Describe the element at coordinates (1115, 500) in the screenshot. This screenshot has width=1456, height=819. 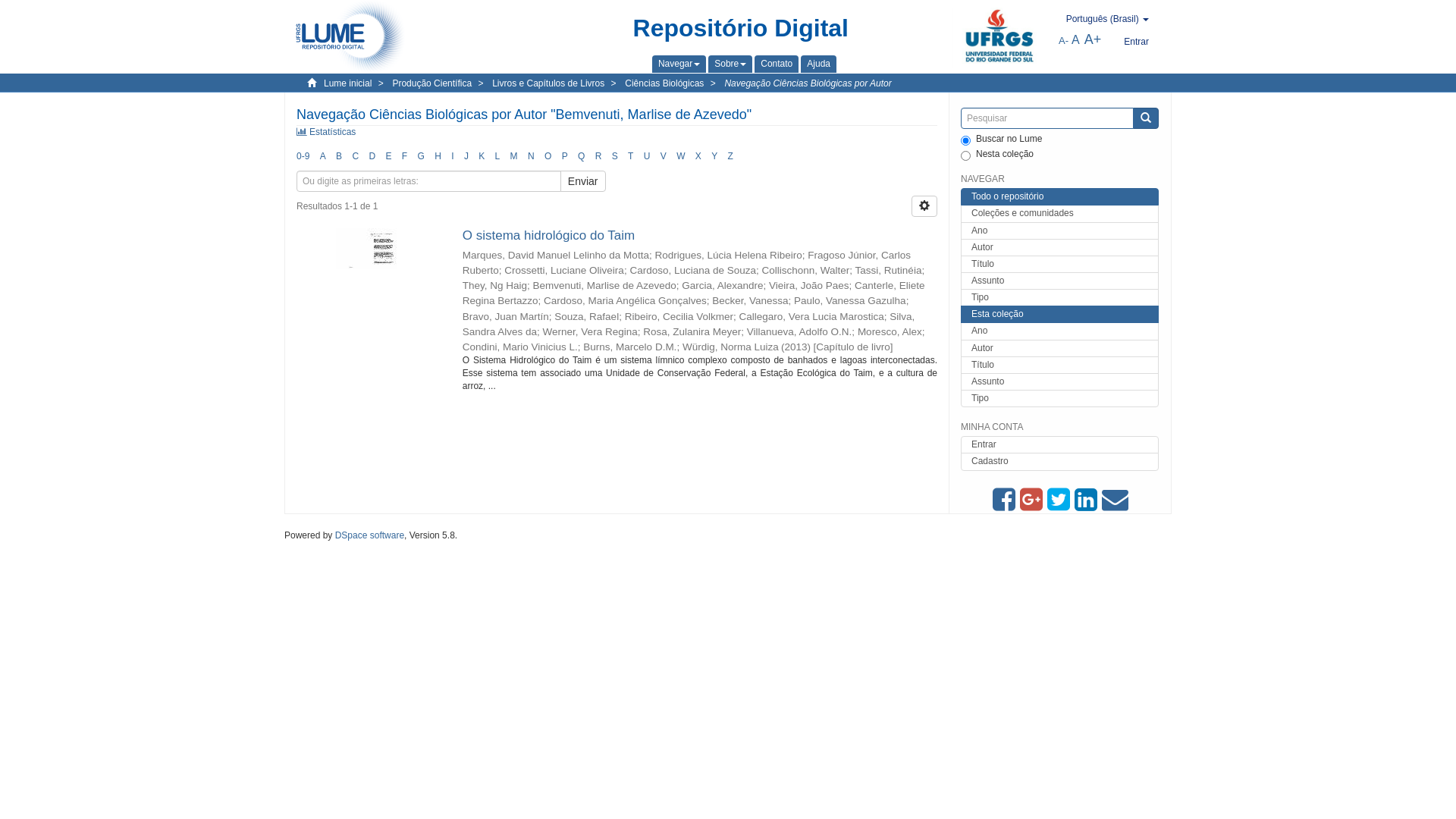
I see `'Compartilhar via E-mail'` at that location.